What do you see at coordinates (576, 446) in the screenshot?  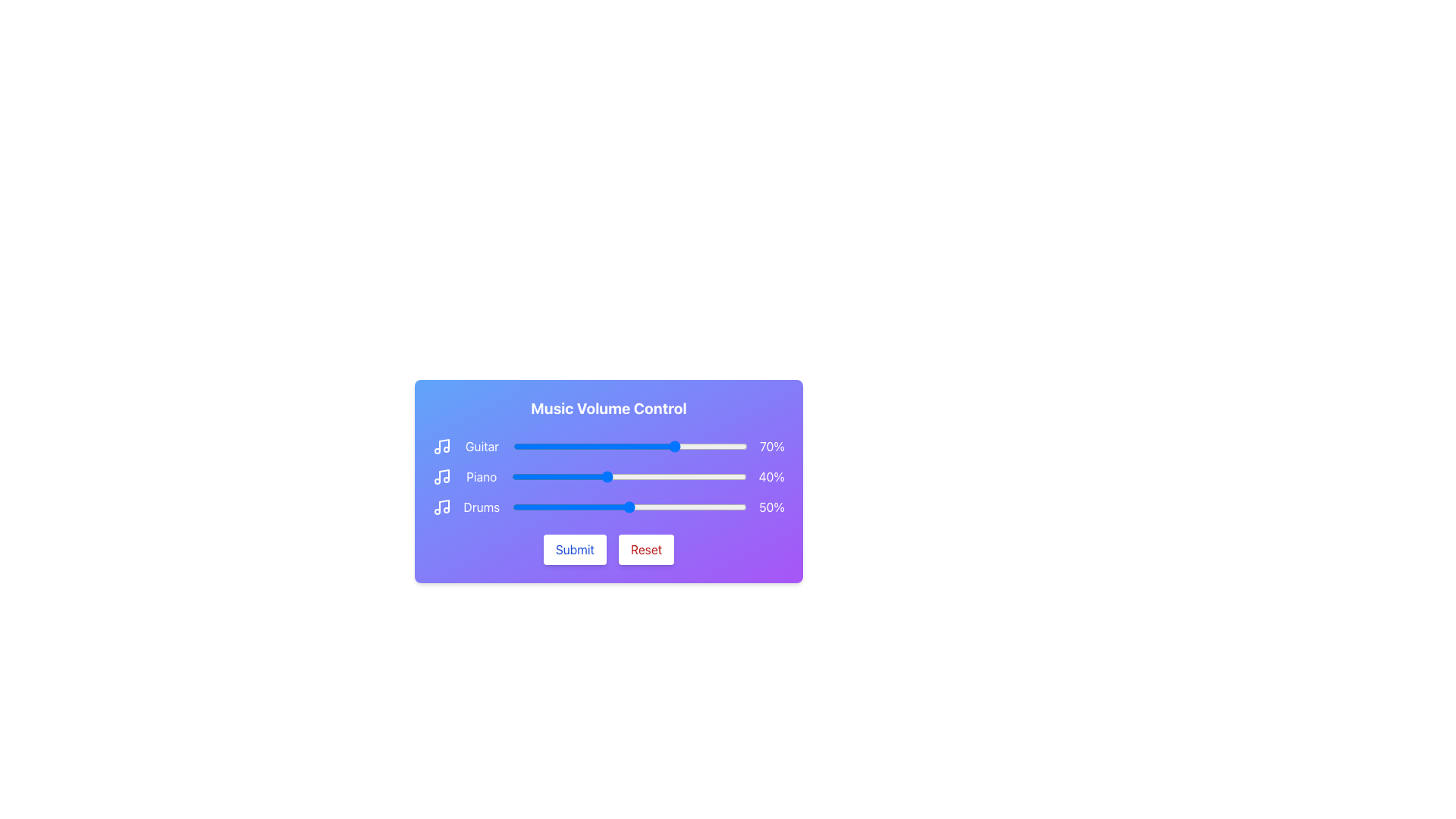 I see `guitar volume` at bounding box center [576, 446].